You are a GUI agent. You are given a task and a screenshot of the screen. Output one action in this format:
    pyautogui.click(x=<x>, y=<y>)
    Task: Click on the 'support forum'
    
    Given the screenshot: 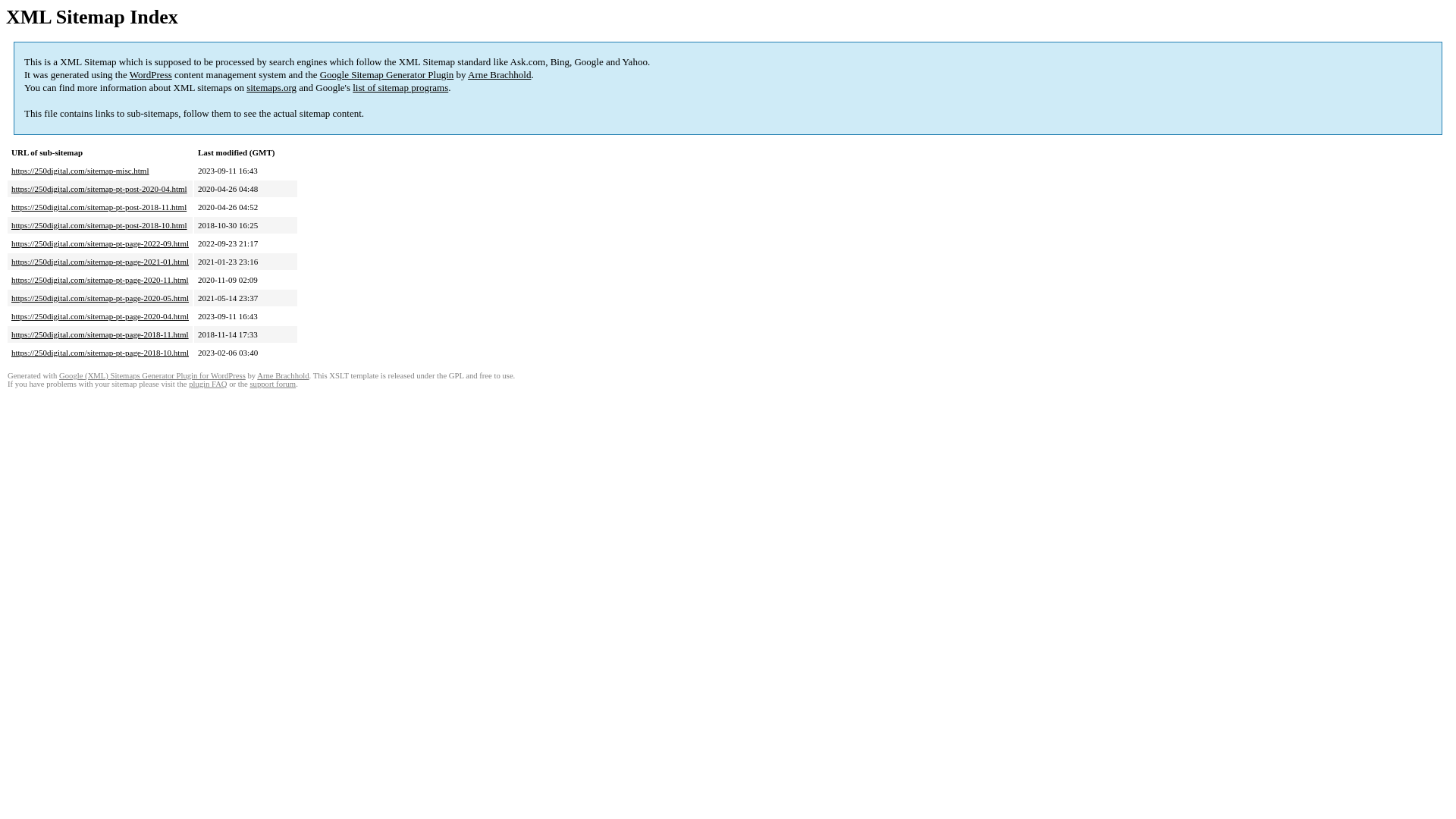 What is the action you would take?
    pyautogui.click(x=272, y=383)
    